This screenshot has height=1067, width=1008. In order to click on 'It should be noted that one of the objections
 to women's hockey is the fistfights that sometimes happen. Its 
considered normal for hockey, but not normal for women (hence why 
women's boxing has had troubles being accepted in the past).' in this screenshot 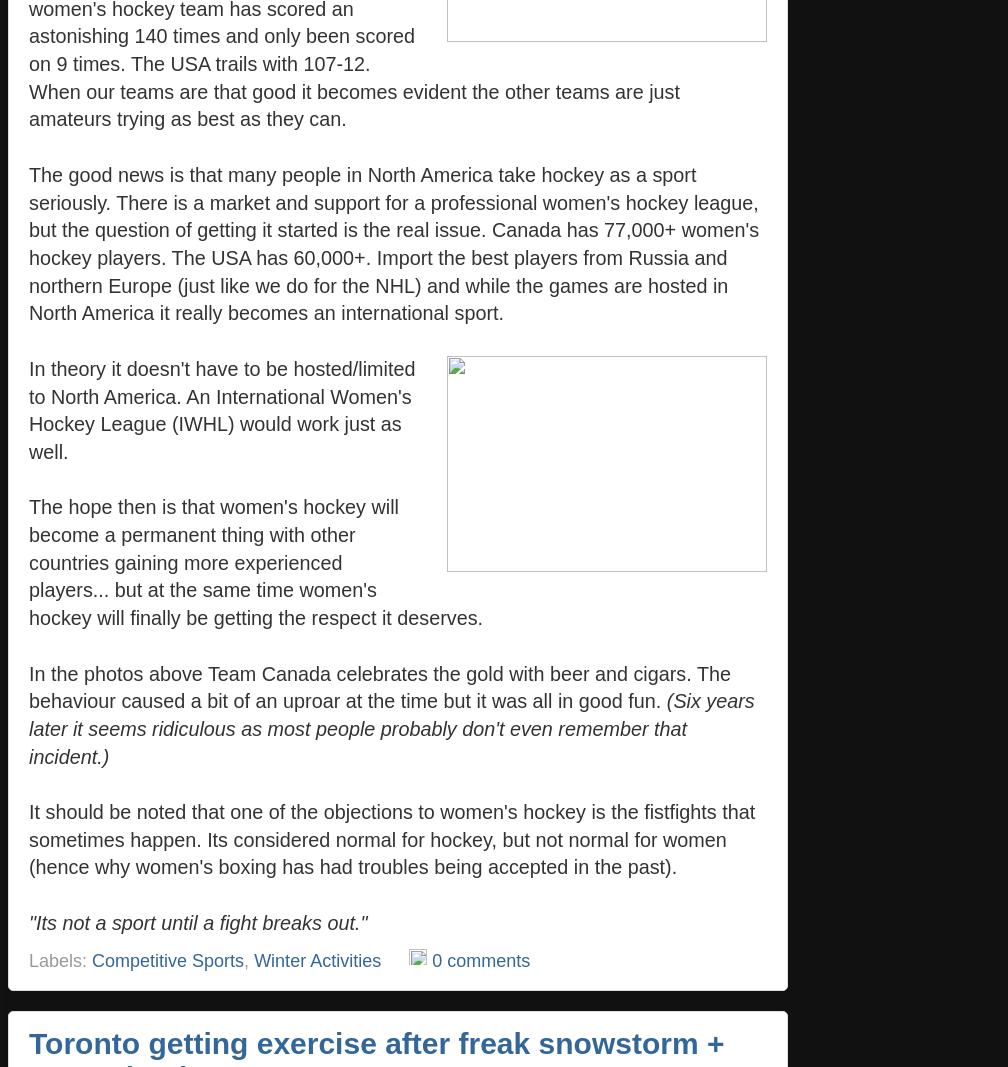, I will do `click(392, 838)`.